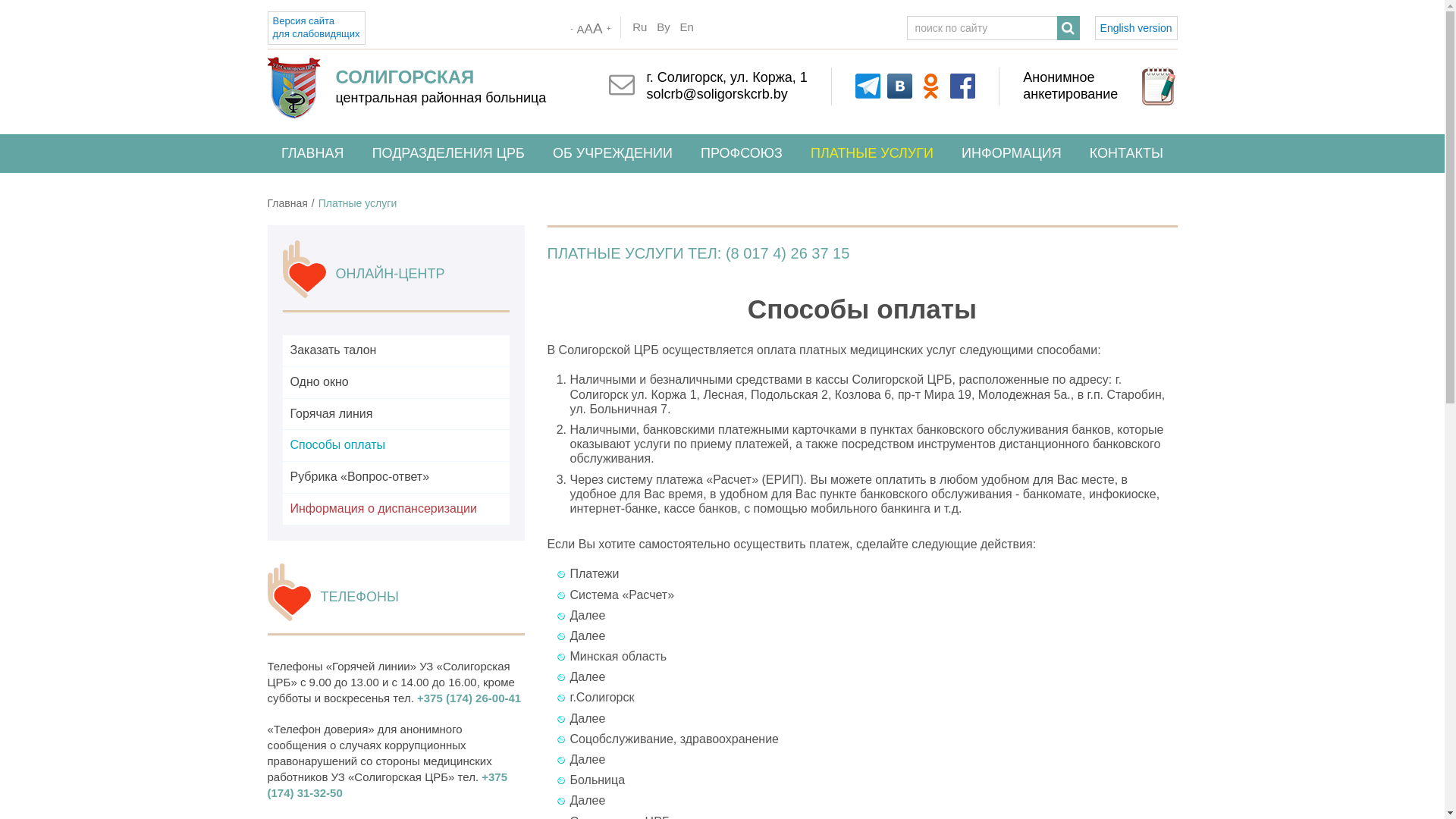 Image resolution: width=1456 pixels, height=819 pixels. Describe the element at coordinates (570, 28) in the screenshot. I see `'-'` at that location.